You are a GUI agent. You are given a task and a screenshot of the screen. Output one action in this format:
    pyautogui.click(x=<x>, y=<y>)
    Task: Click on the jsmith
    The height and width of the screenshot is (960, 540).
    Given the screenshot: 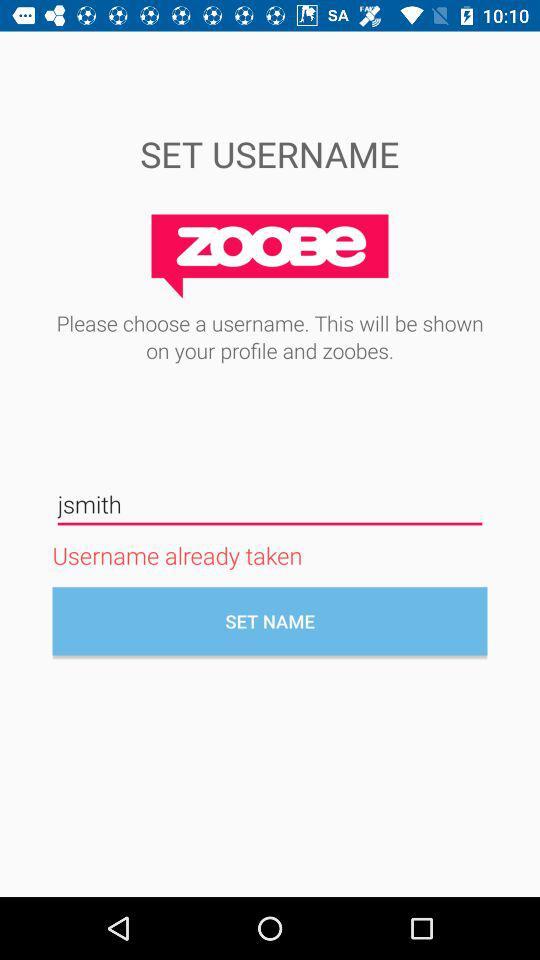 What is the action you would take?
    pyautogui.click(x=270, y=503)
    